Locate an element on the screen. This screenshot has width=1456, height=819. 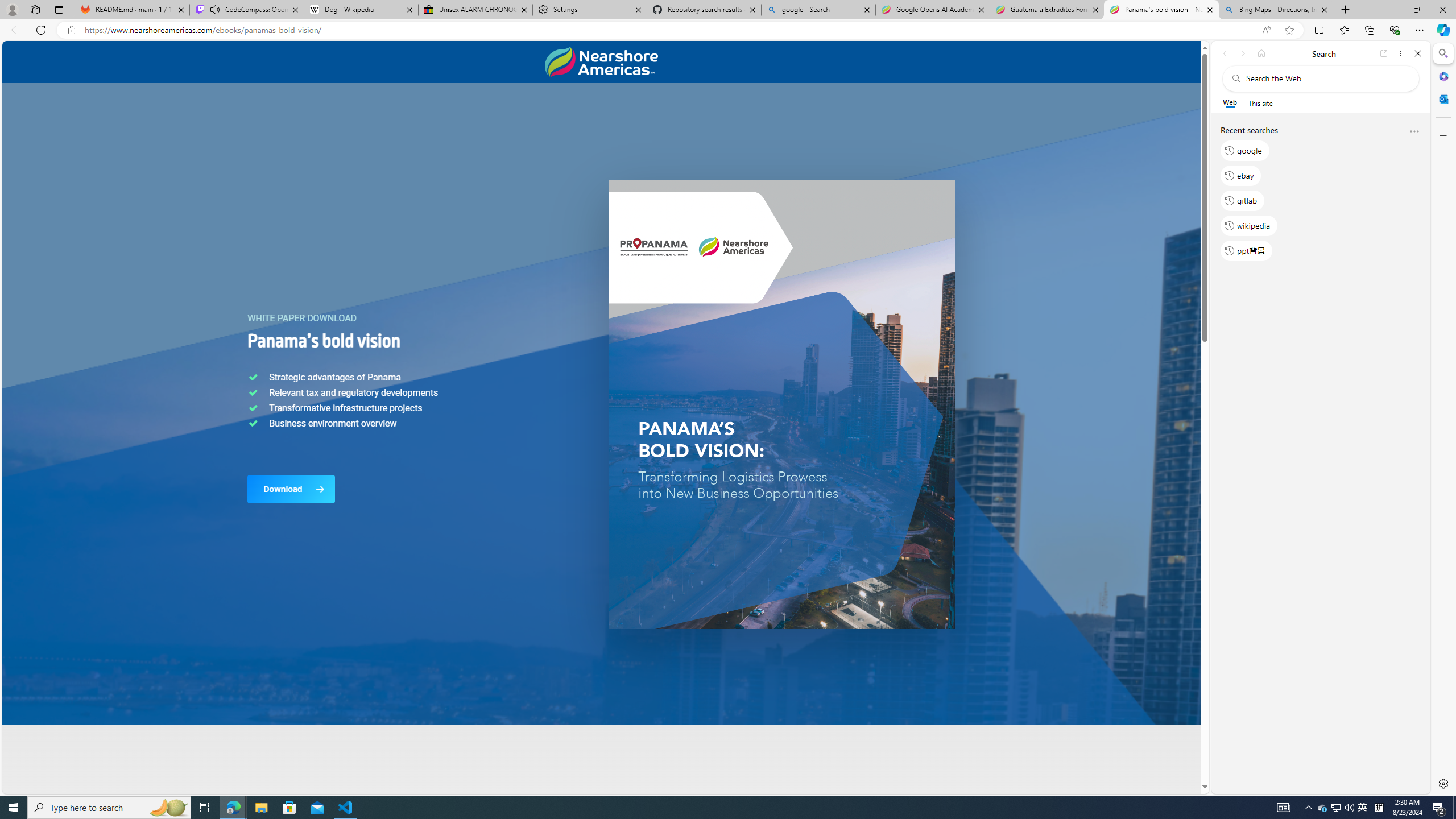
'Copilot (Ctrl+Shift+.)' is located at coordinates (1442, 29).